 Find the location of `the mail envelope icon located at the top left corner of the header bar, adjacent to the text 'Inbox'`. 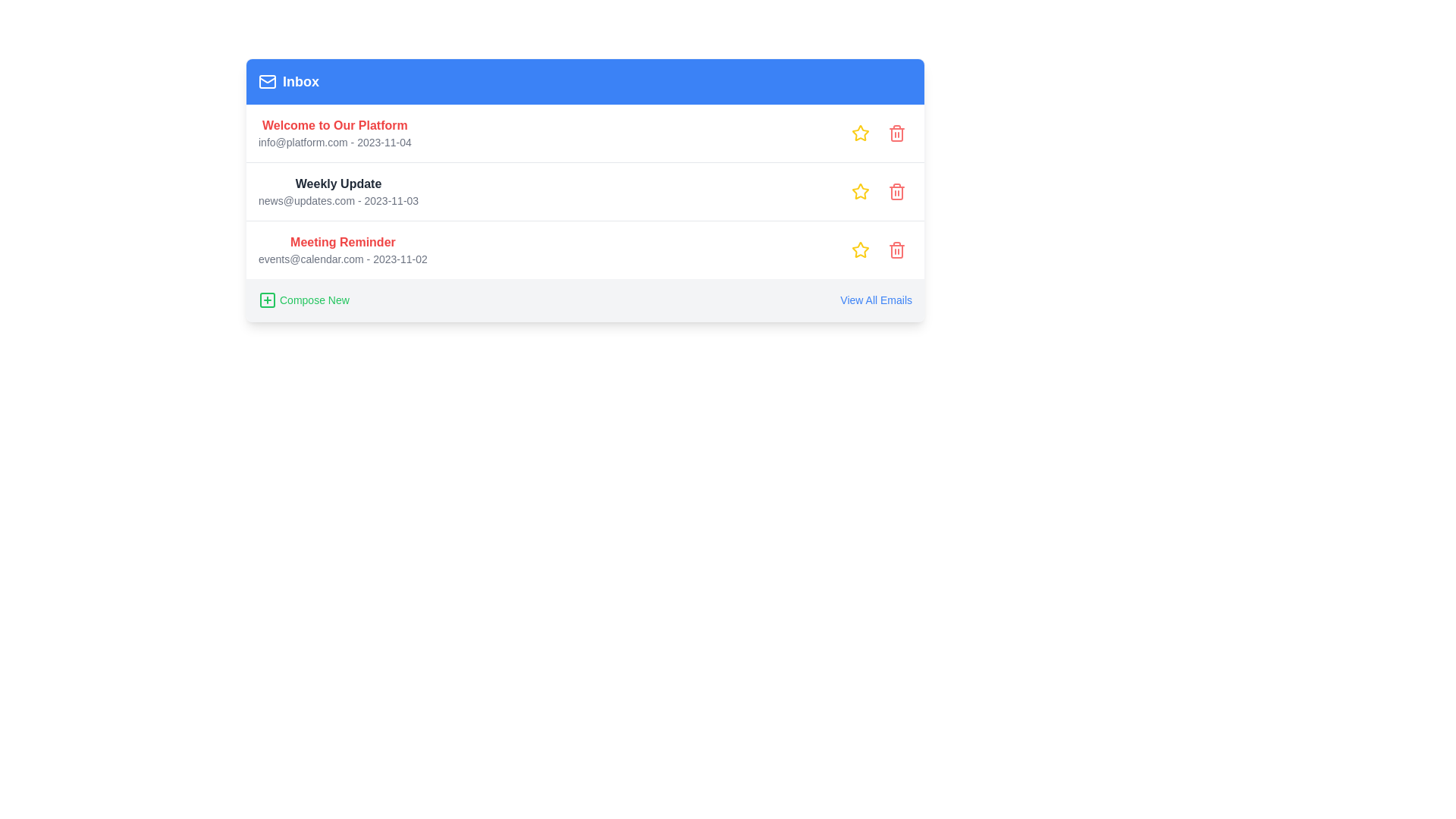

the mail envelope icon located at the top left corner of the header bar, adjacent to the text 'Inbox' is located at coordinates (268, 82).